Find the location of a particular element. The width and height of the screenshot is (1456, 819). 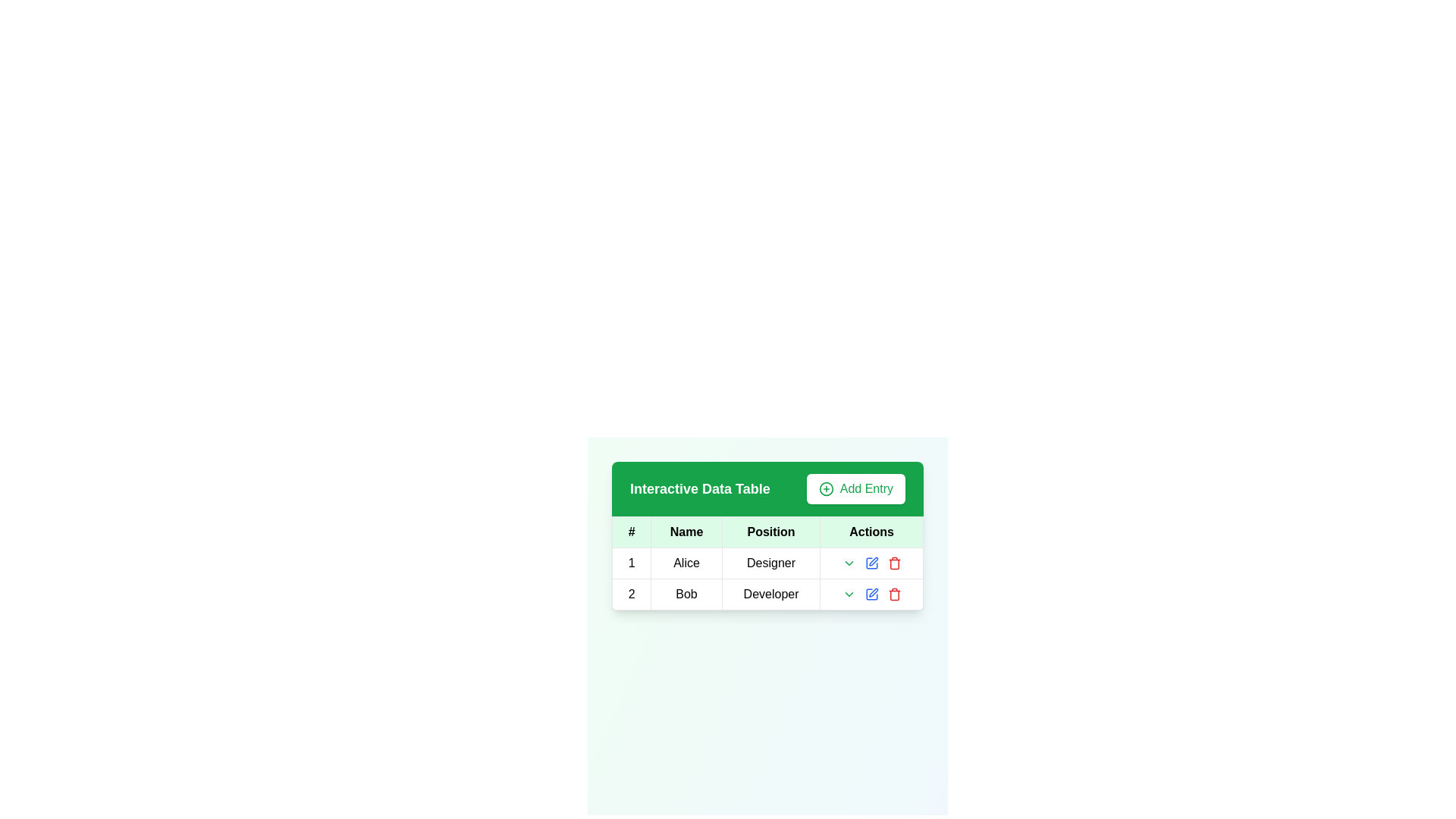

the Table Header indicating the column for positions, which is the third item in a horizontally-aligned row, following the titles '#' and 'Name' is located at coordinates (767, 532).